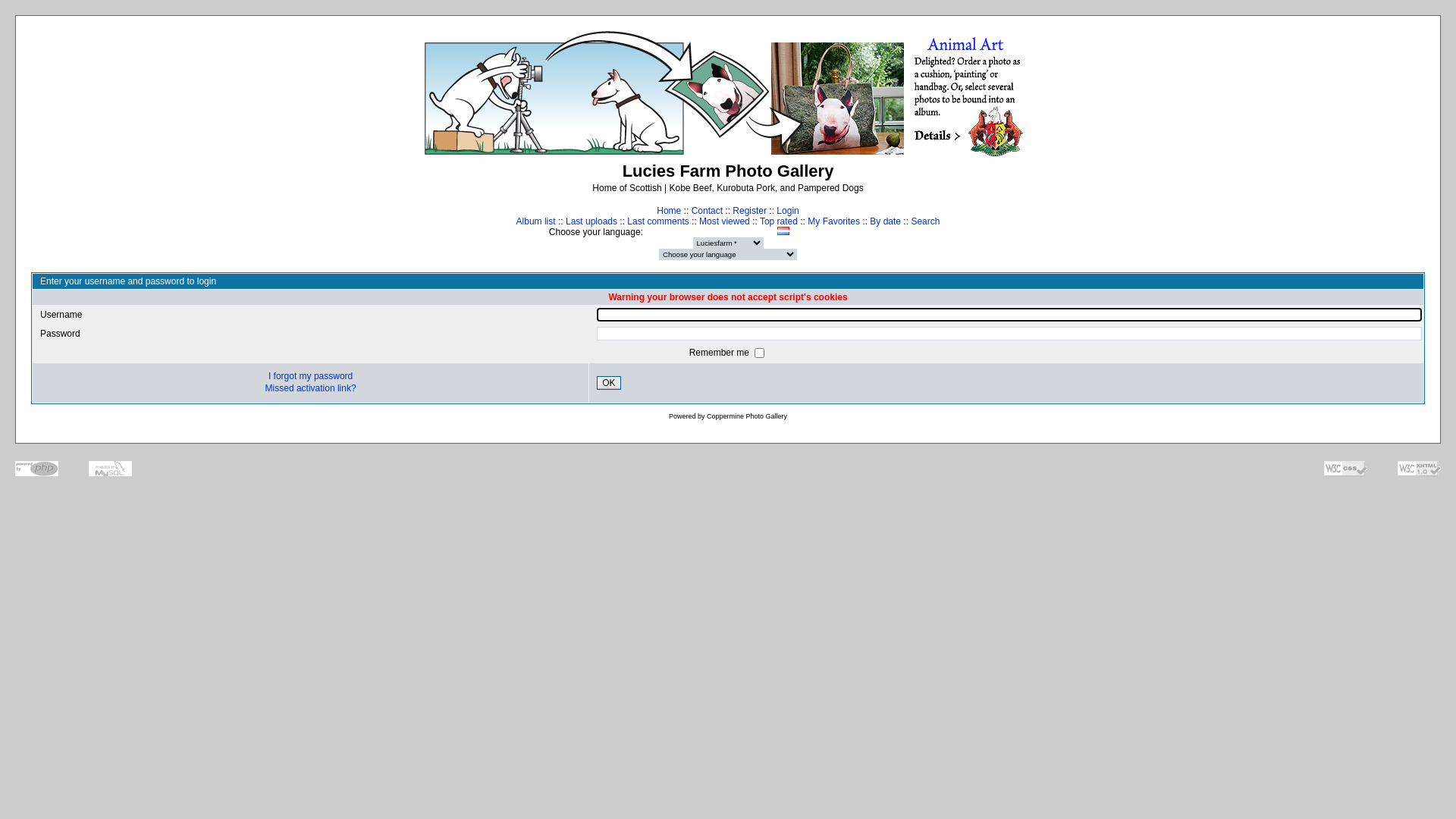 The width and height of the screenshot is (1456, 819). I want to click on 'By date', so click(885, 221).